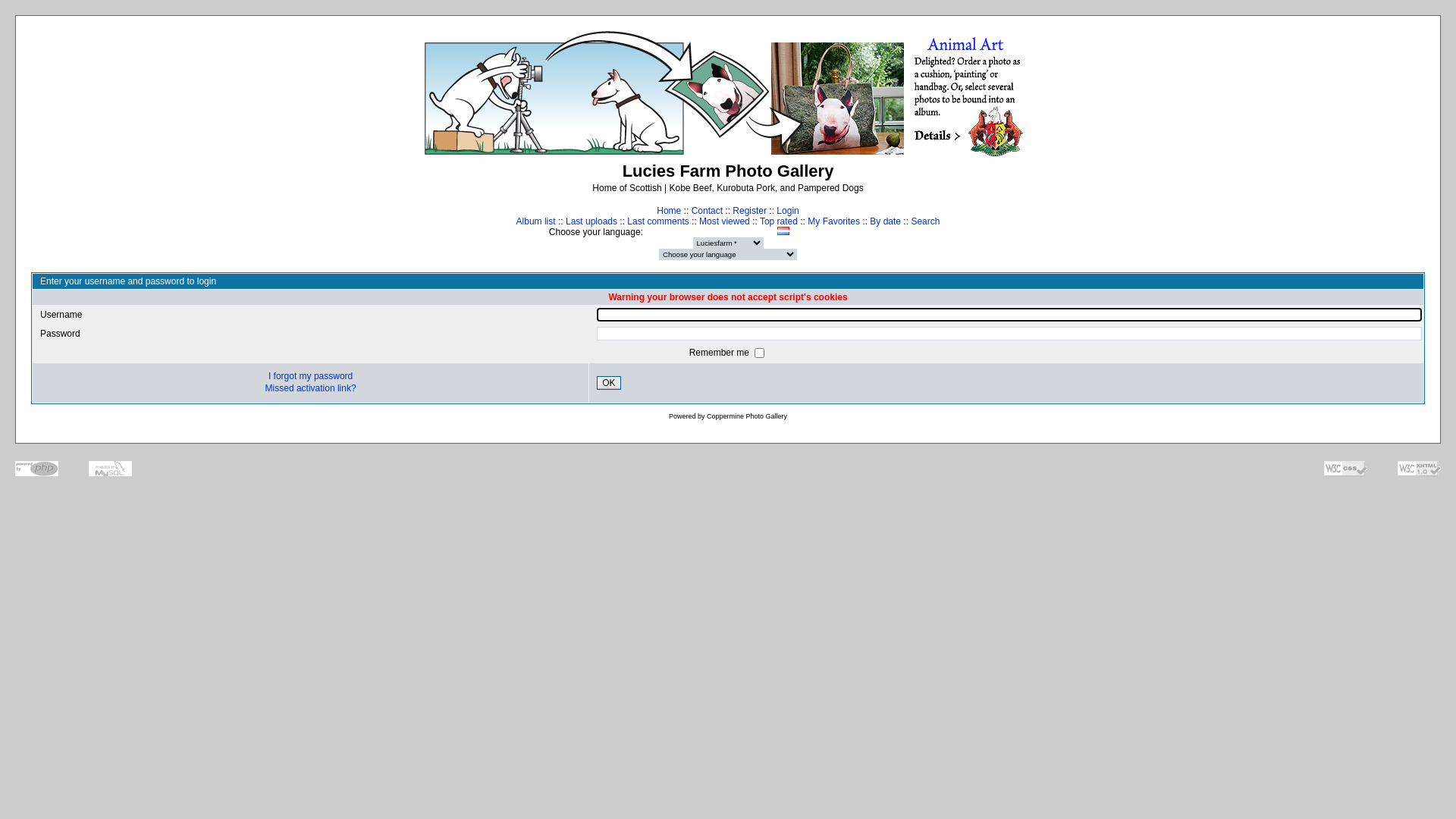 The width and height of the screenshot is (1456, 819). I want to click on 'By date', so click(885, 221).